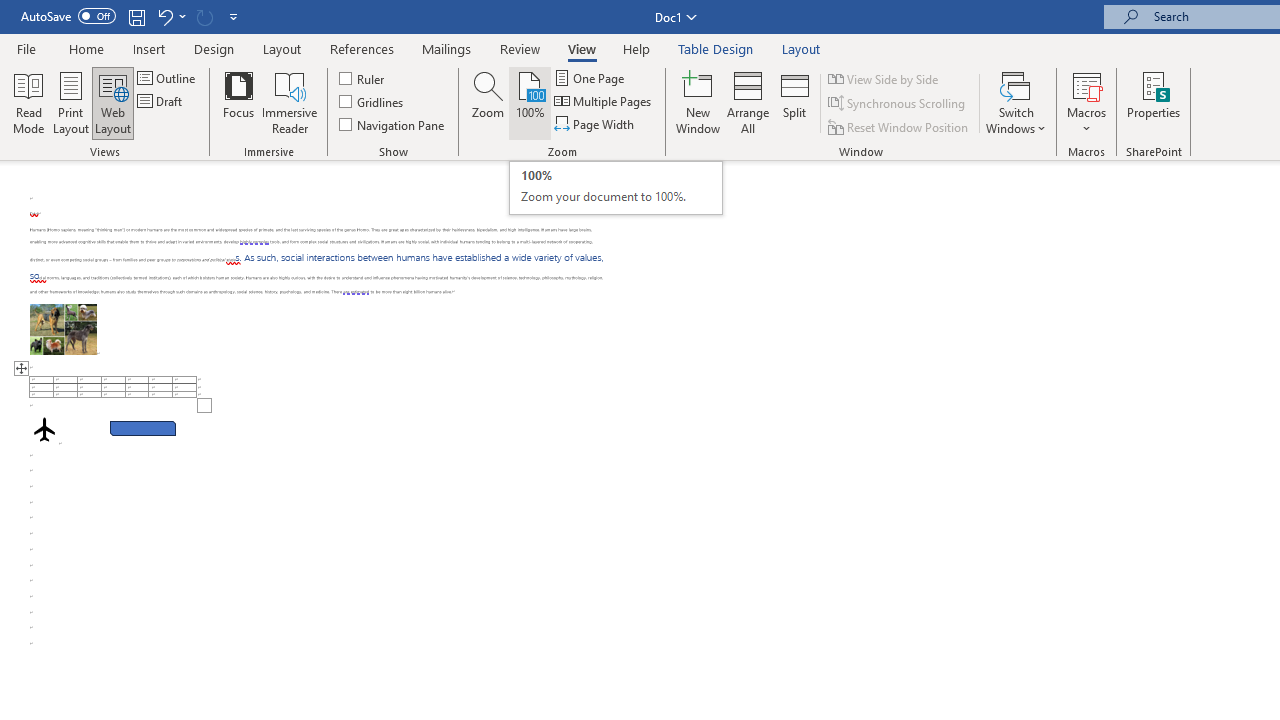  What do you see at coordinates (372, 101) in the screenshot?
I see `'Gridlines'` at bounding box center [372, 101].